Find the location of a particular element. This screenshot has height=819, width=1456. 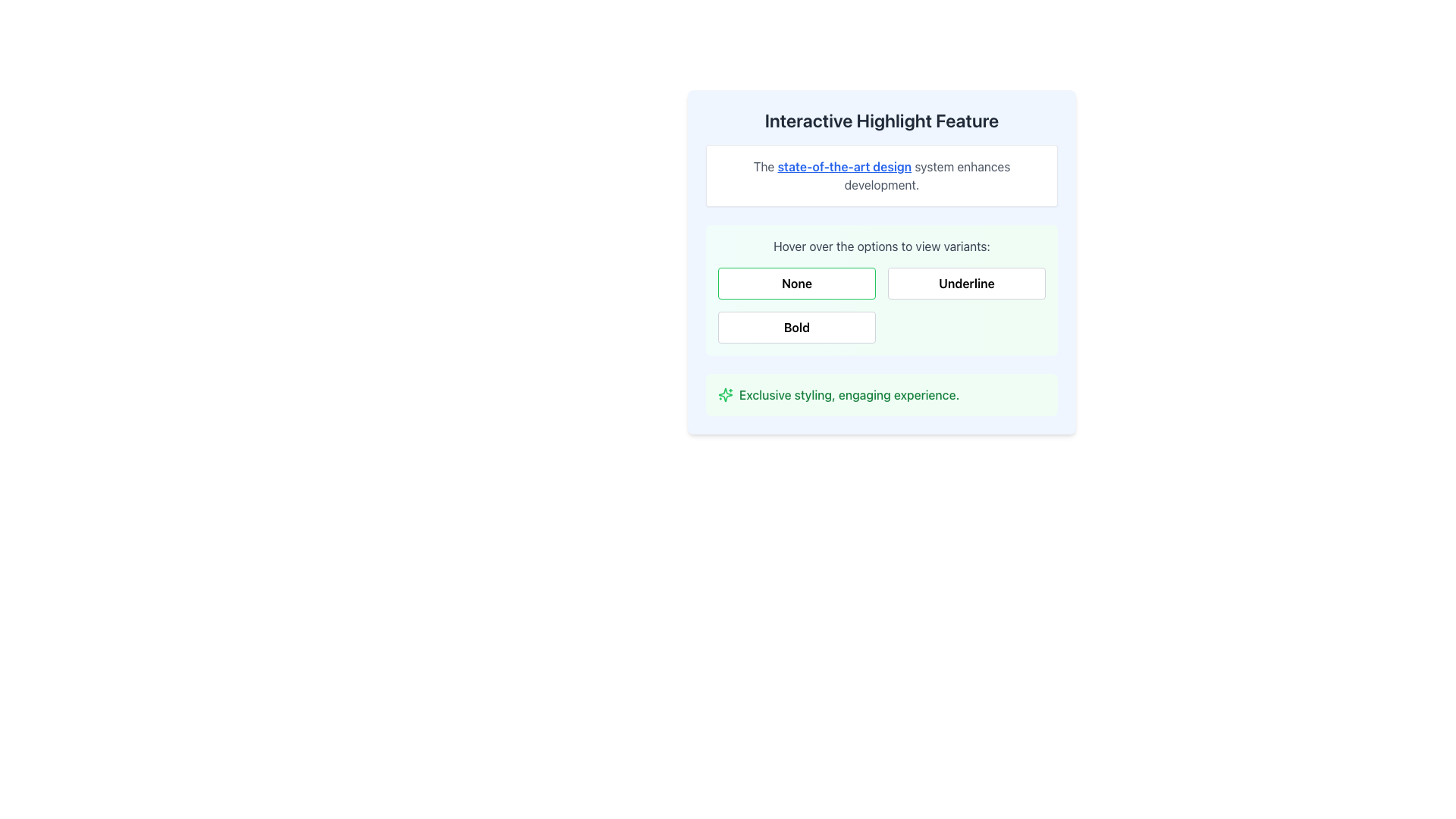

the Text Label that reads 'Exclusive styling, engaging experience.' styled in green, located at the bottom section of a green-highlighted box, next to a green decorative icon is located at coordinates (849, 394).